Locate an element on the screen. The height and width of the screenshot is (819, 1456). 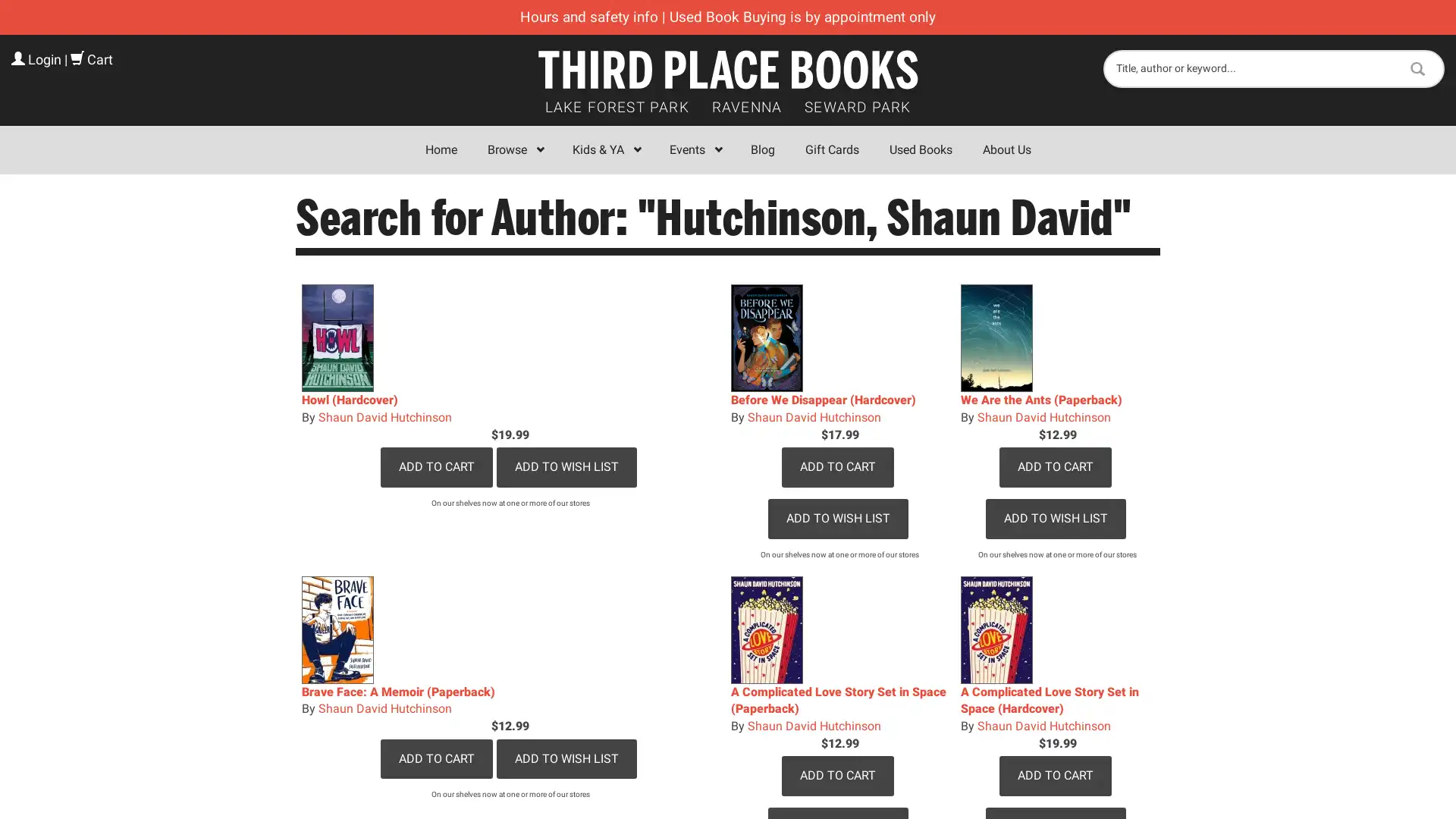
Add to Cart is located at coordinates (836, 776).